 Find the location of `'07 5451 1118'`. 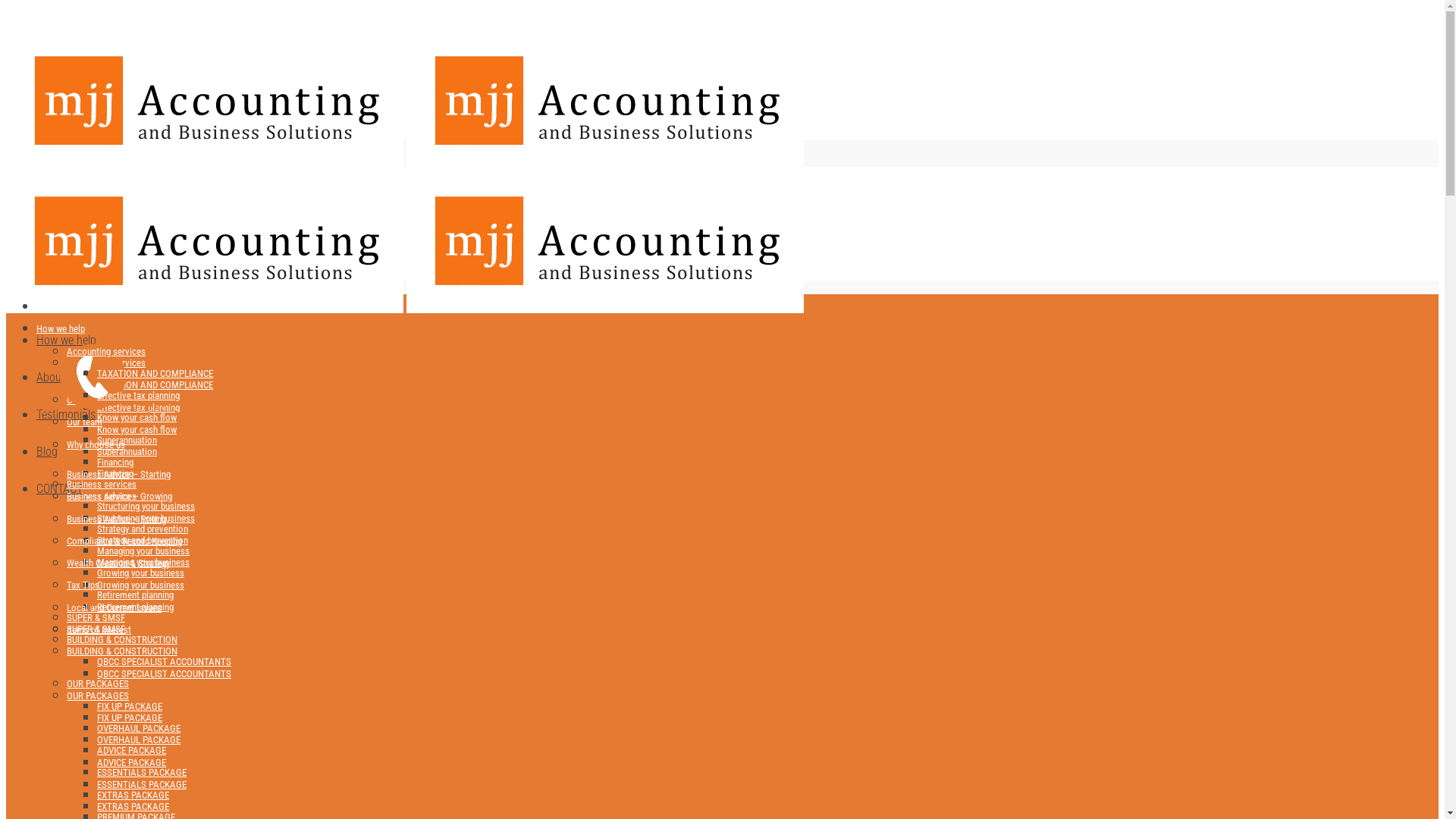

'07 5451 1118' is located at coordinates (79, 243).